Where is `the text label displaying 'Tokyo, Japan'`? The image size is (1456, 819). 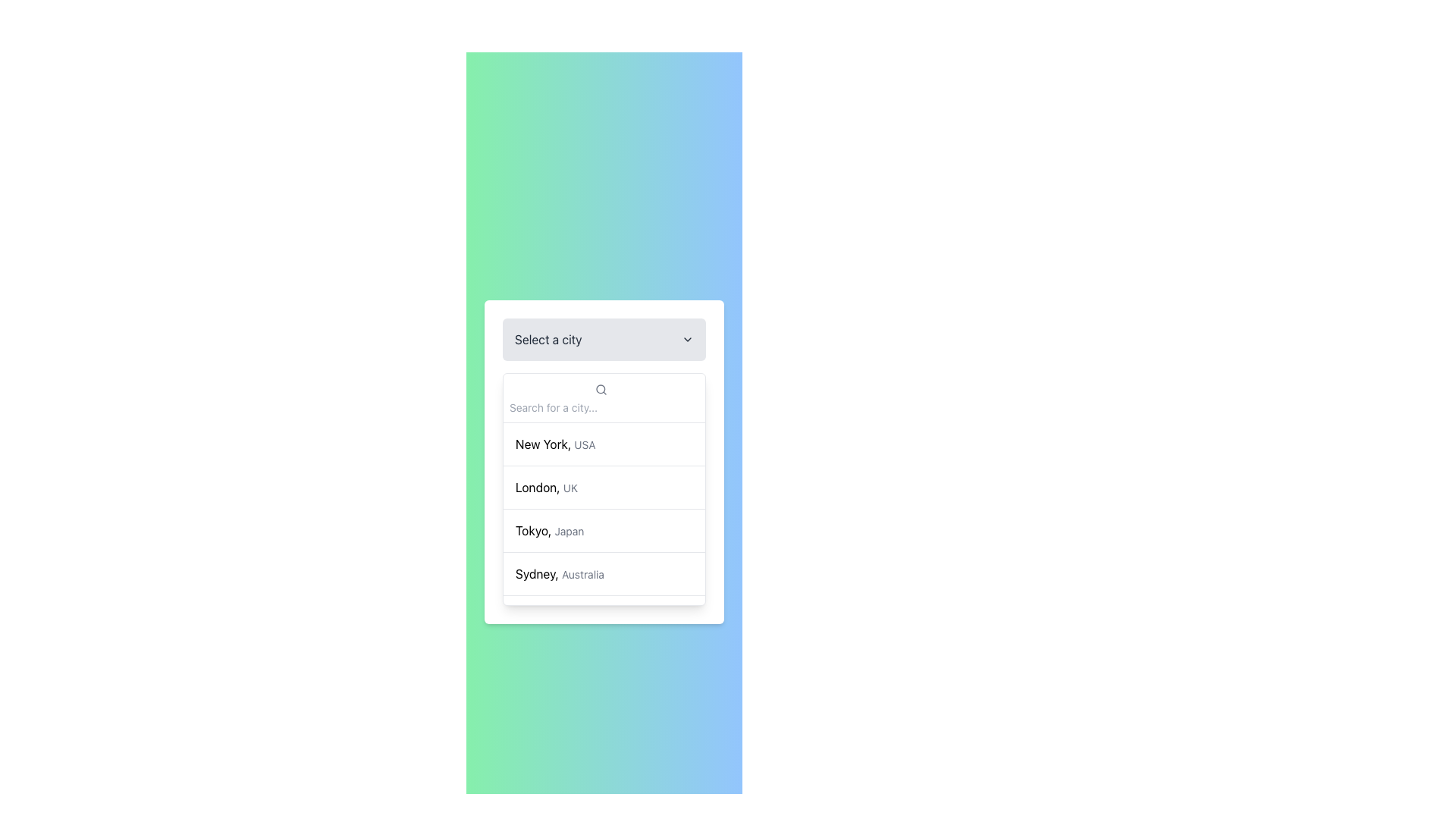 the text label displaying 'Tokyo, Japan' is located at coordinates (549, 529).